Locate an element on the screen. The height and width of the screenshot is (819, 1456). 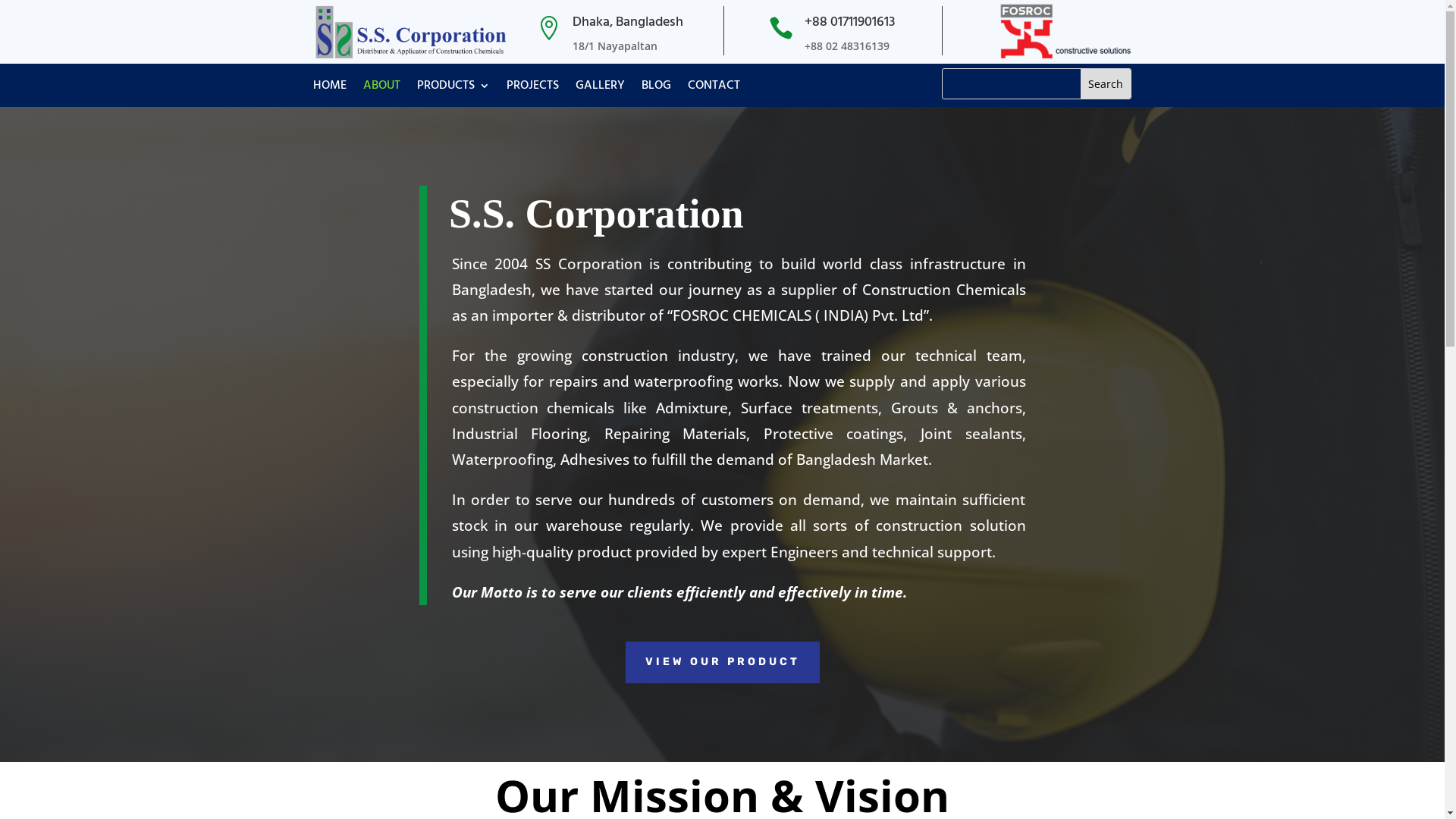
'HOME' is located at coordinates (328, 88).